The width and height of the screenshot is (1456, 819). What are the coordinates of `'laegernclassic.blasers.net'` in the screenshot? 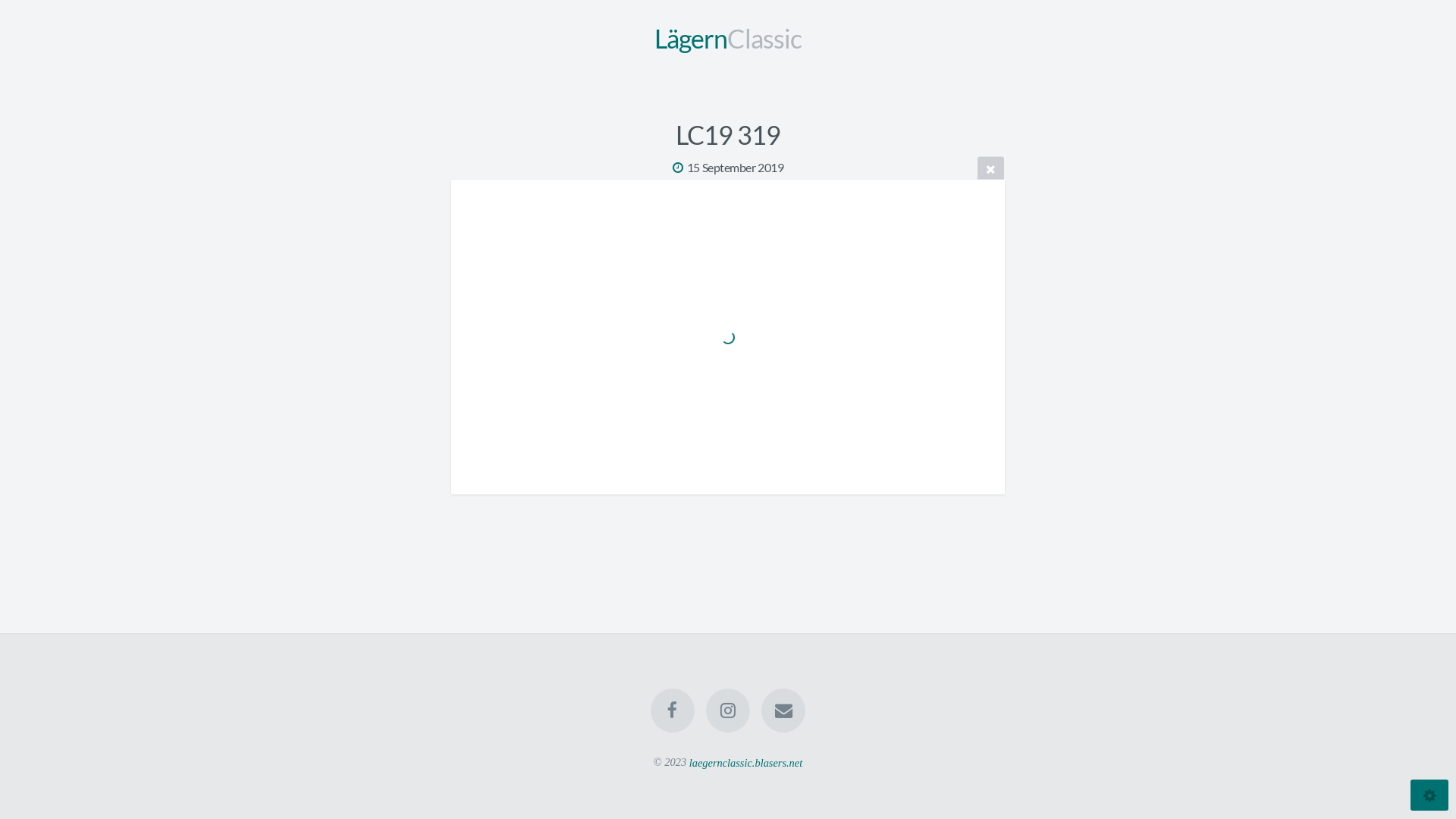 It's located at (745, 762).